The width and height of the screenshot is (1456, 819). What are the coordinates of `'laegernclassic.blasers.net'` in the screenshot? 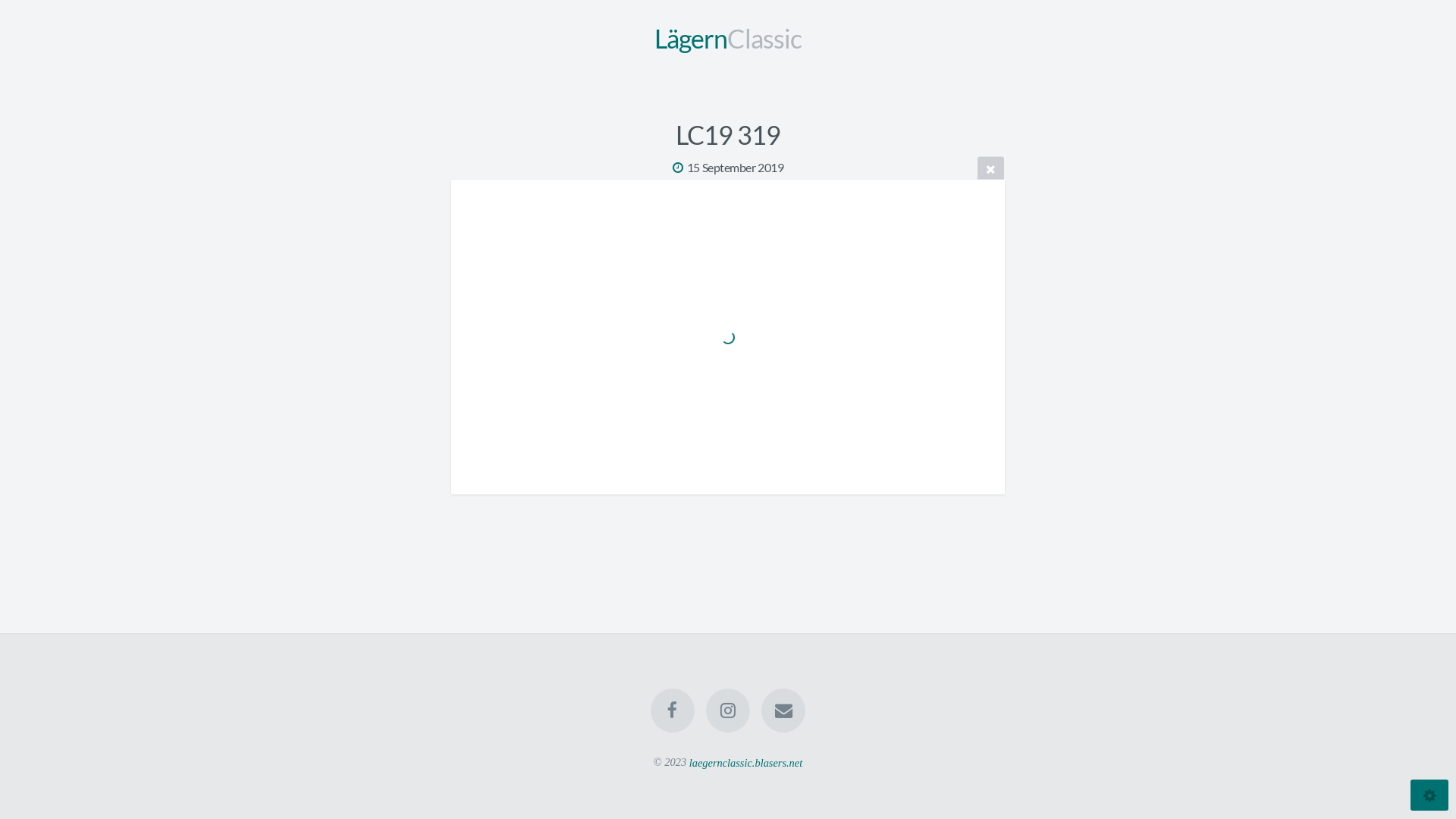 It's located at (745, 762).